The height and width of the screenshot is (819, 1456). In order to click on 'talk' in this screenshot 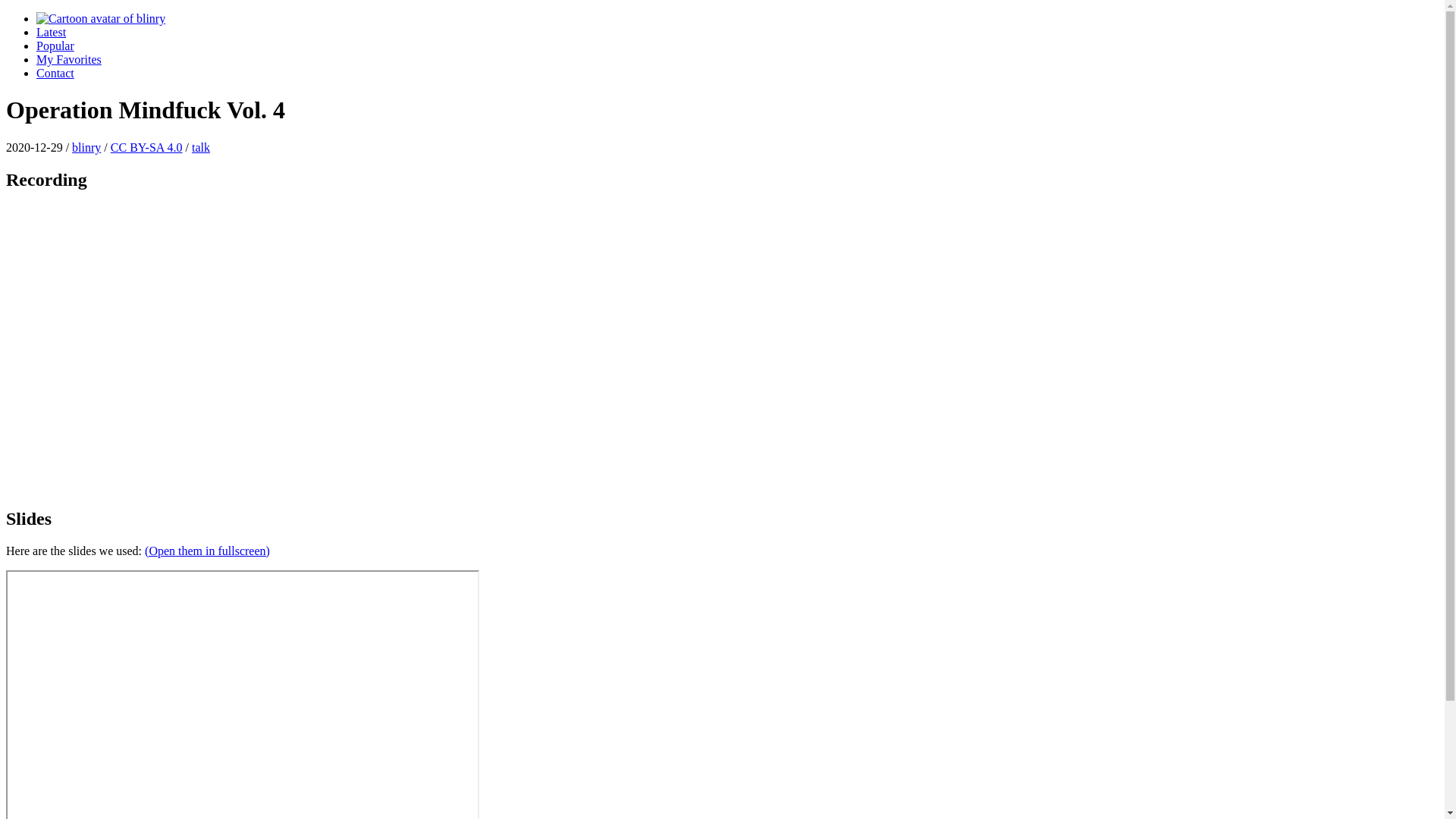, I will do `click(199, 147)`.